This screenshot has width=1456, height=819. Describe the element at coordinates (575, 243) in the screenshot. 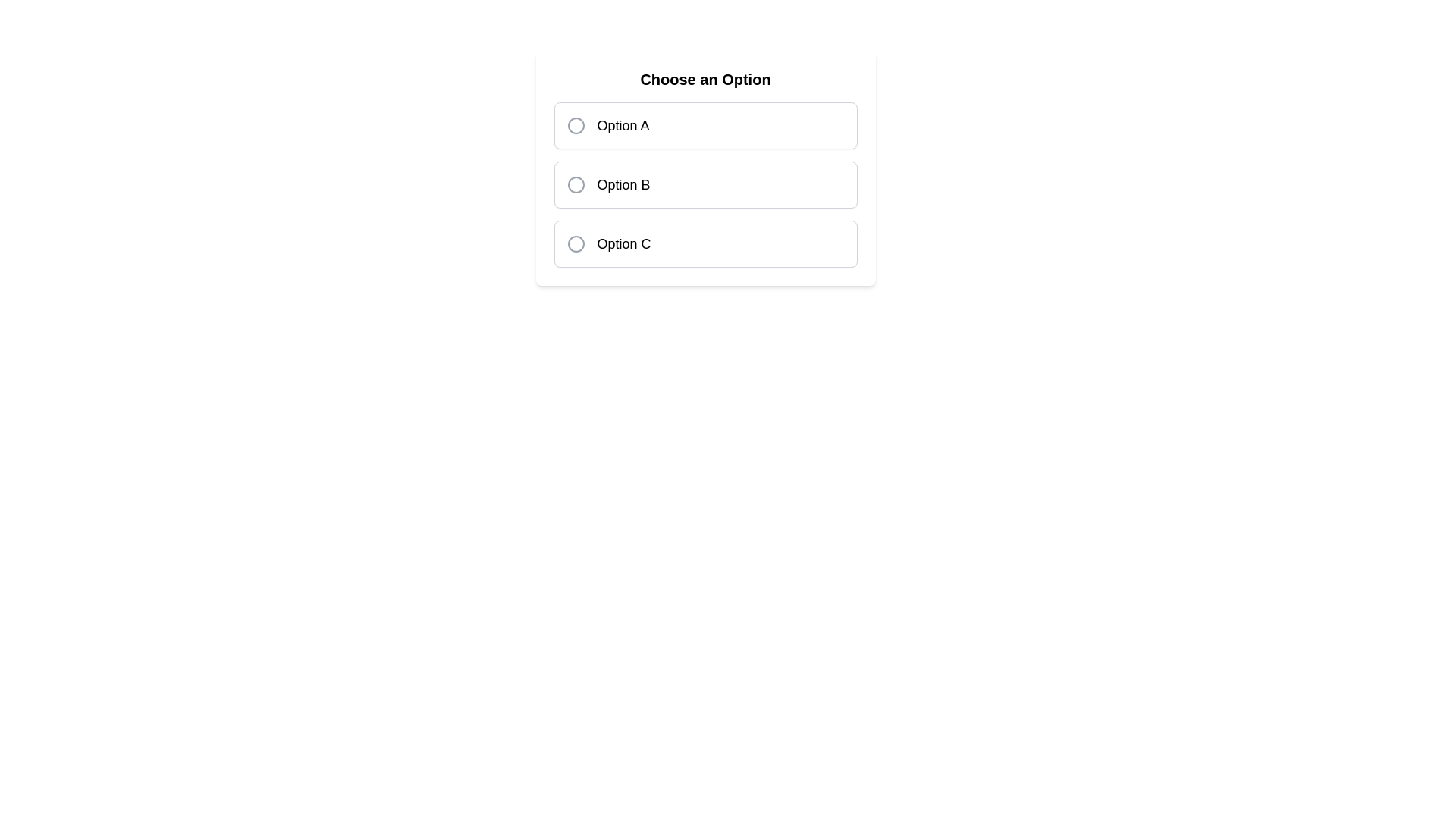

I see `SVG element styled as part of the radio button for 'Option C', which is centered within the third radio button option in the vertical list` at that location.